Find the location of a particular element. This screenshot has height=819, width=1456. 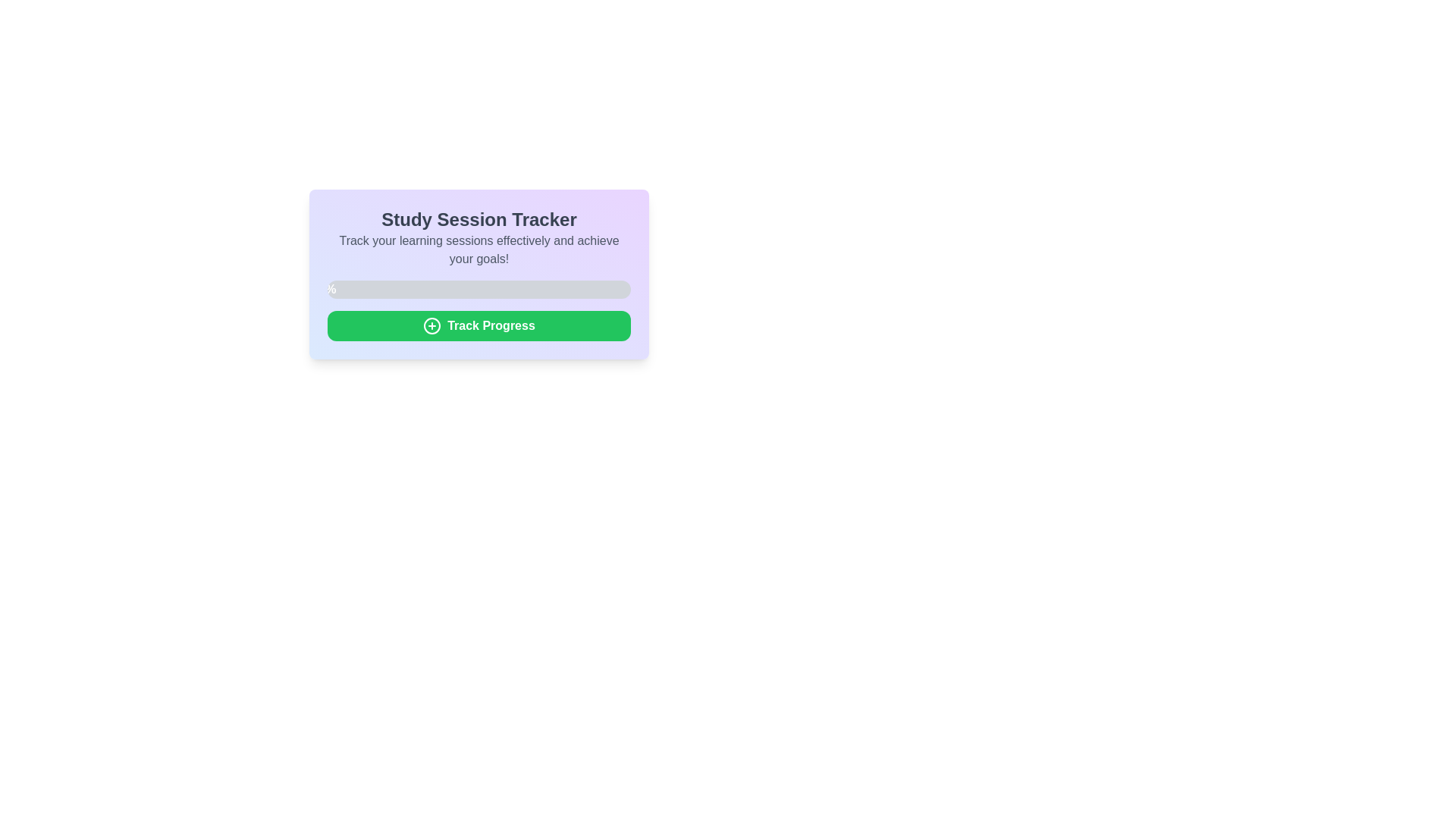

the central text block that serves as a header and introductory description, positioned above the progress bar and 'Track Progress' button is located at coordinates (479, 237).